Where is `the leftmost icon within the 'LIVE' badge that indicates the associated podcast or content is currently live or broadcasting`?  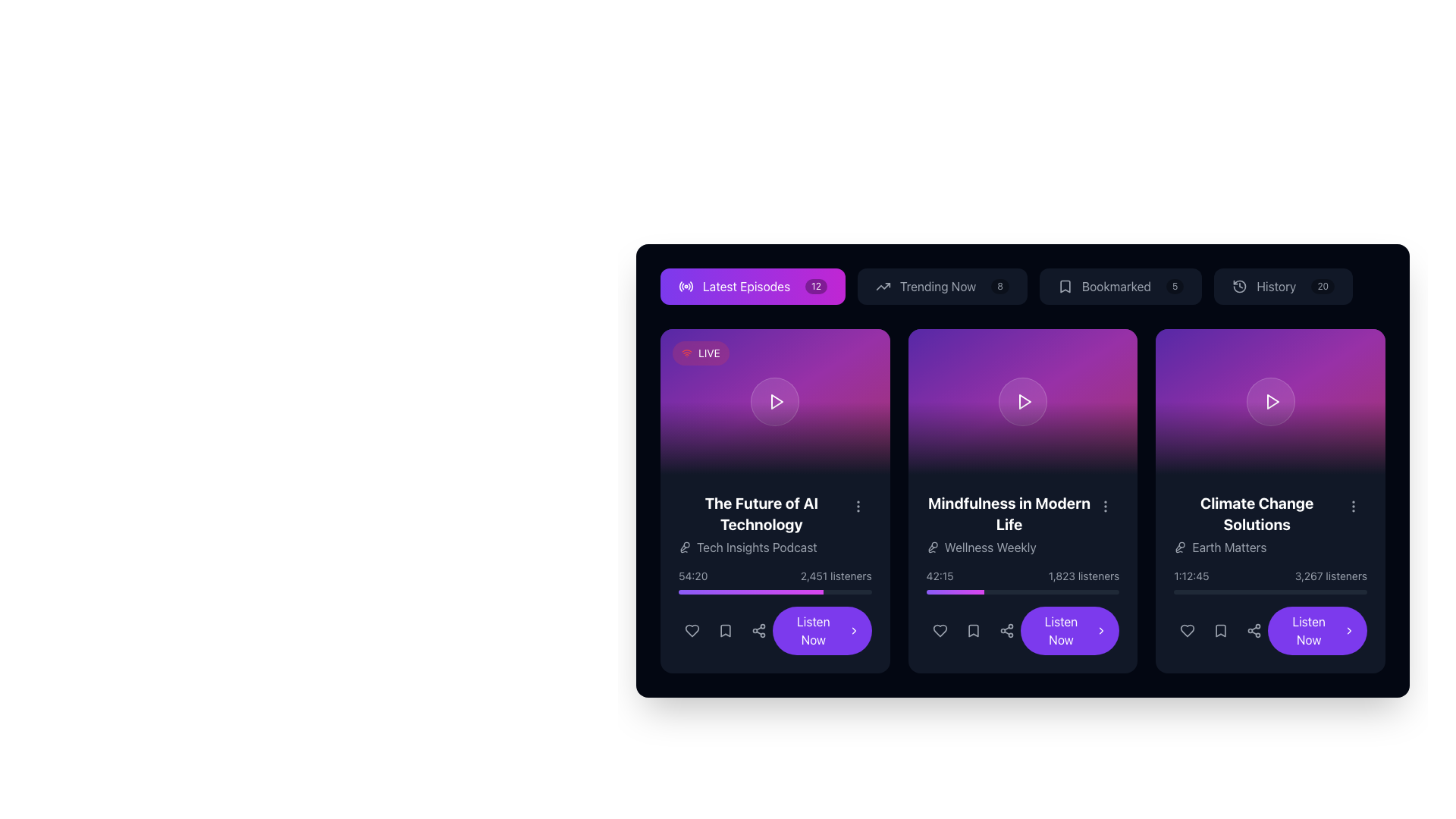 the leftmost icon within the 'LIVE' badge that indicates the associated podcast or content is currently live or broadcasting is located at coordinates (686, 353).